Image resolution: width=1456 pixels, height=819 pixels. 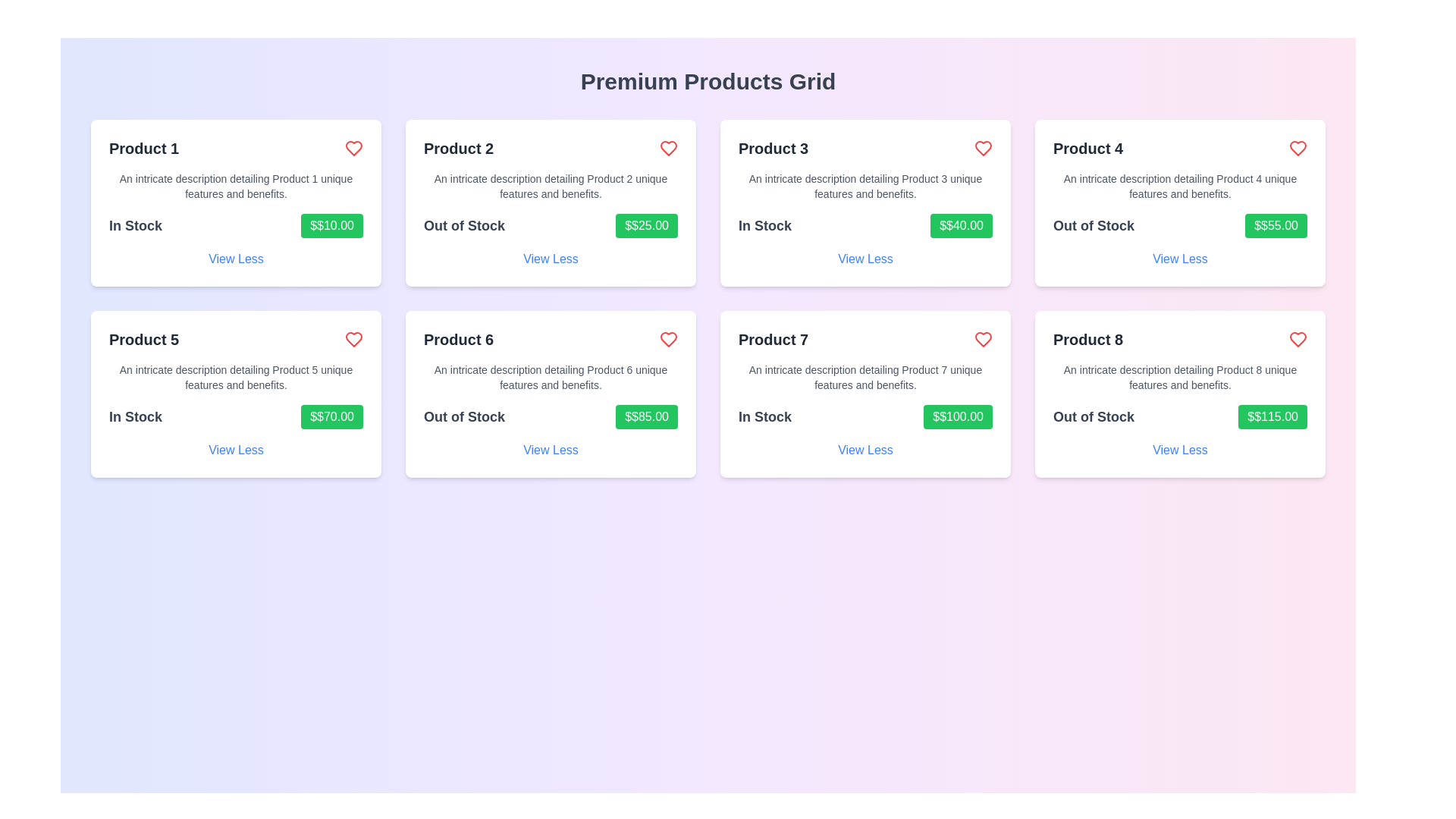 What do you see at coordinates (353, 149) in the screenshot?
I see `the heart icon in the top-right corner of the 'Product 1' card to favorite or unfavorite the product` at bounding box center [353, 149].